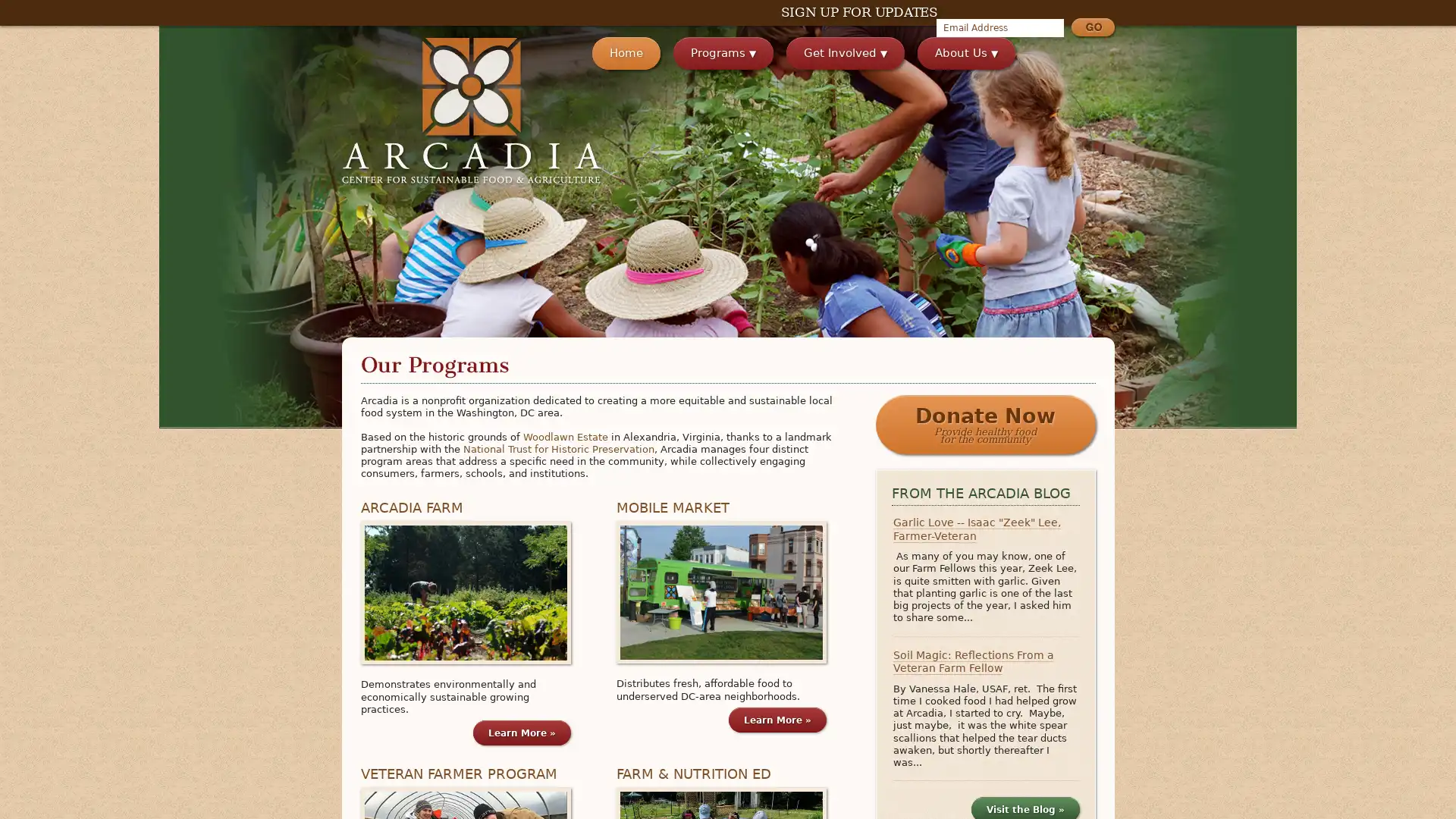  What do you see at coordinates (1092, 29) in the screenshot?
I see `Submit` at bounding box center [1092, 29].